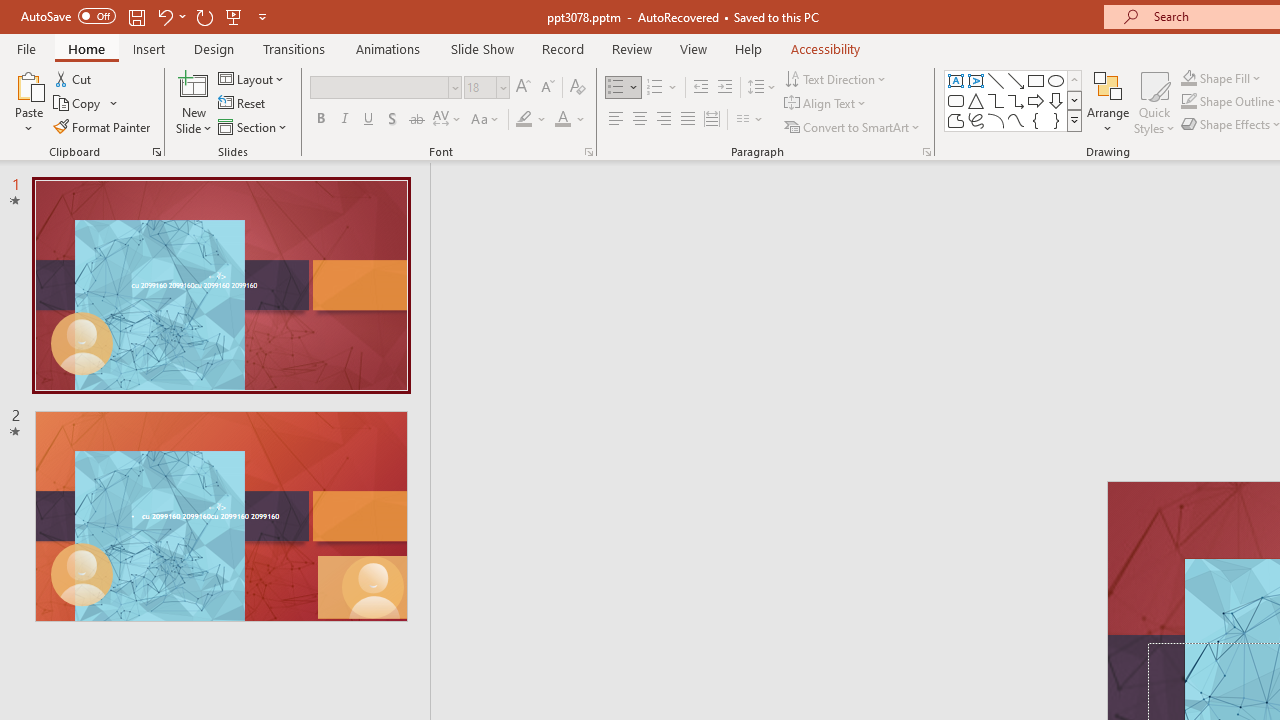  What do you see at coordinates (392, 119) in the screenshot?
I see `'Shadow'` at bounding box center [392, 119].